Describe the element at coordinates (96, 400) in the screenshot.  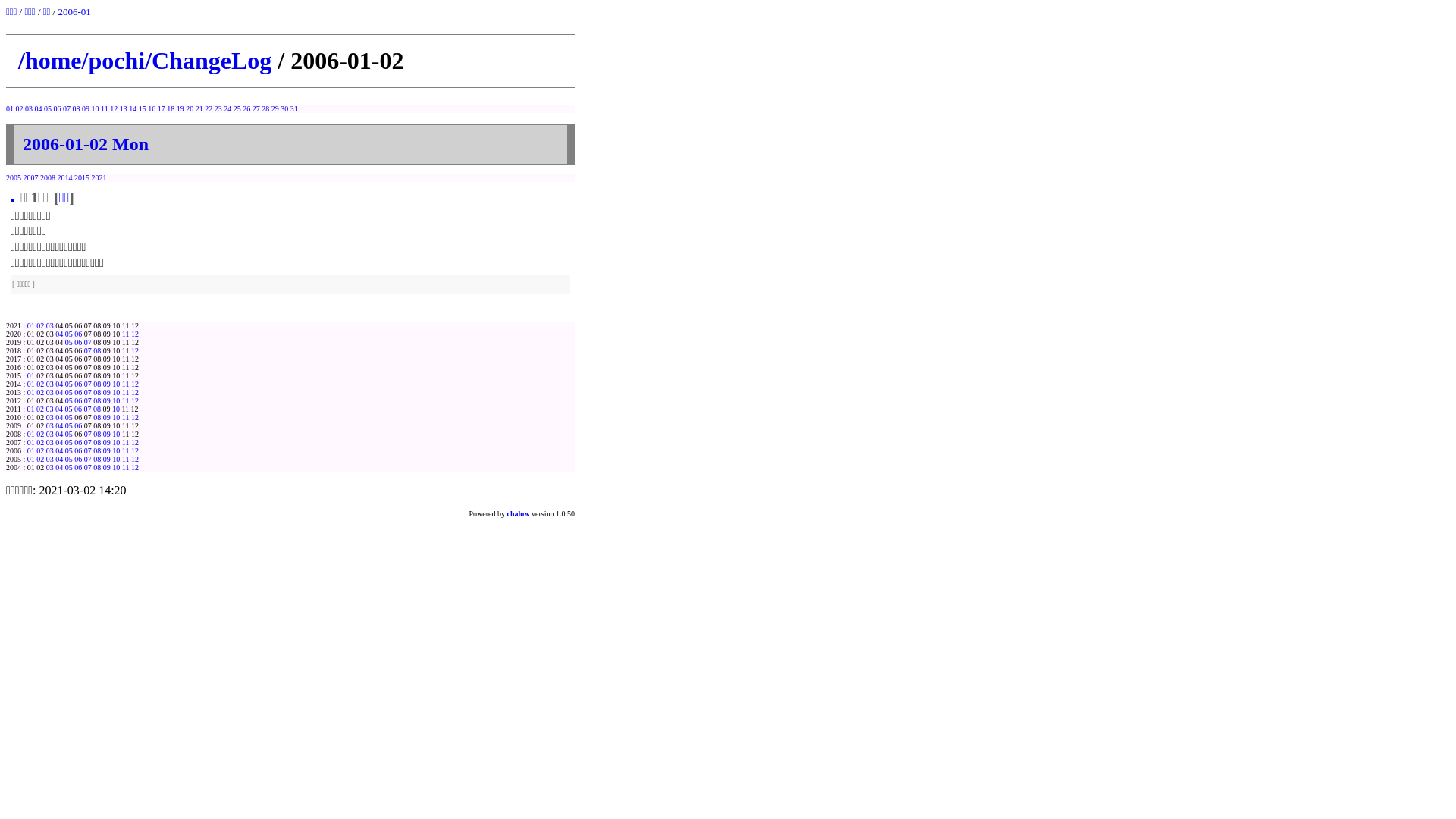
I see `'08'` at that location.